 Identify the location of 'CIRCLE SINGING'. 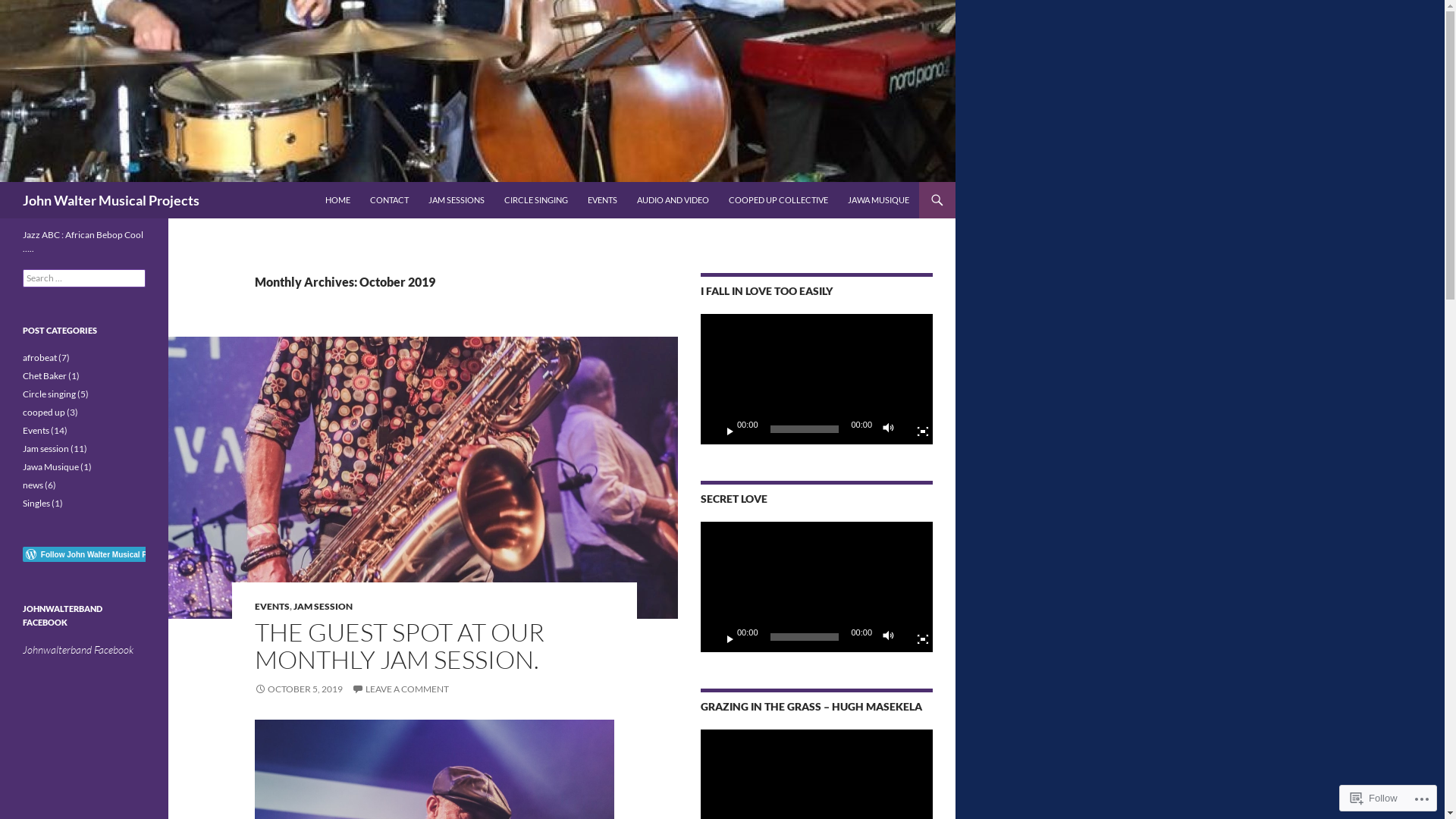
(535, 199).